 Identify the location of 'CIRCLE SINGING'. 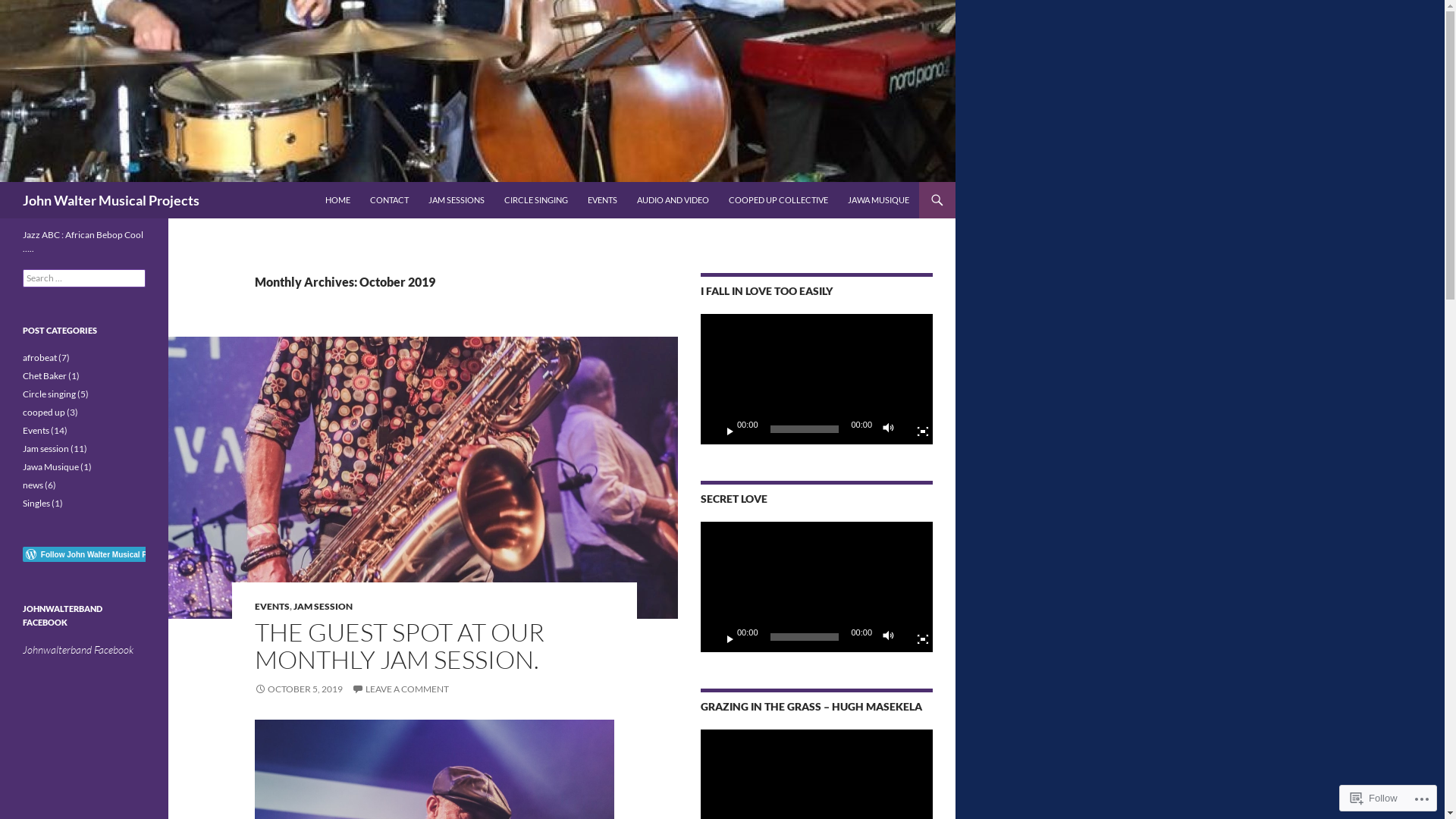
(535, 199).